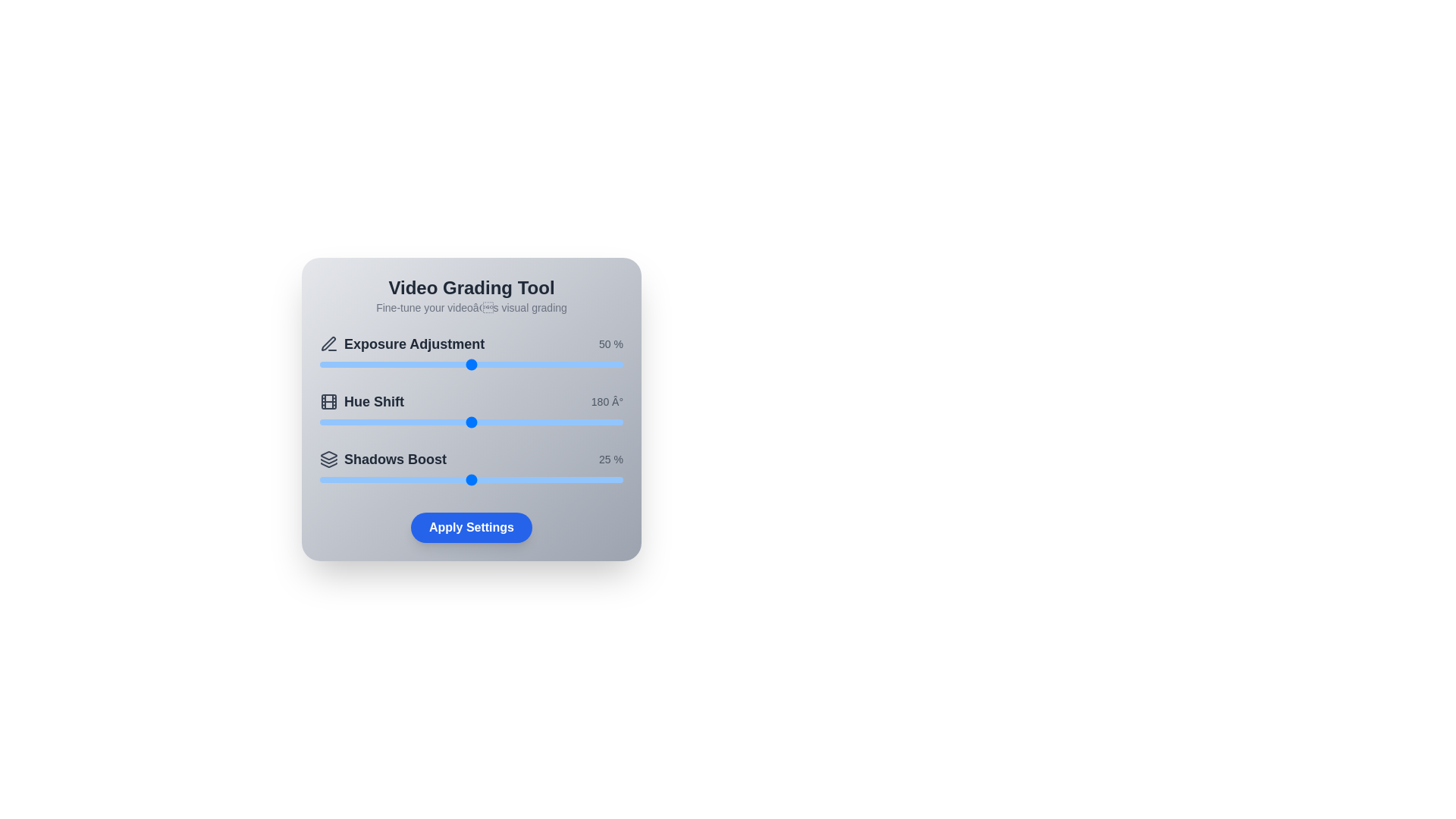  What do you see at coordinates (607, 400) in the screenshot?
I see `value displayed in the text label showing '180 Â°', which is located in the right segment below the 'Hue Shift' label` at bounding box center [607, 400].